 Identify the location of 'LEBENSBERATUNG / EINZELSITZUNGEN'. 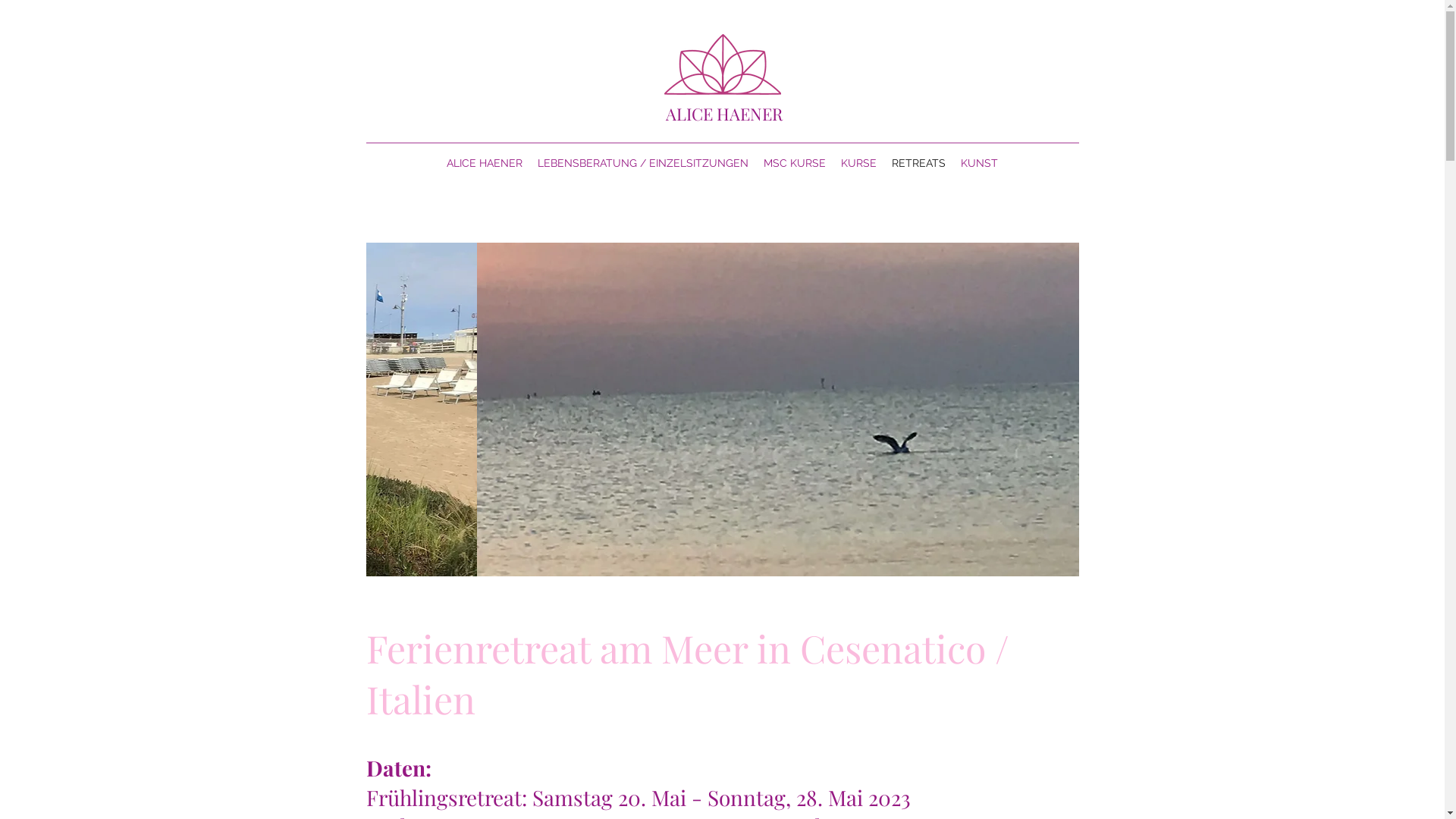
(643, 163).